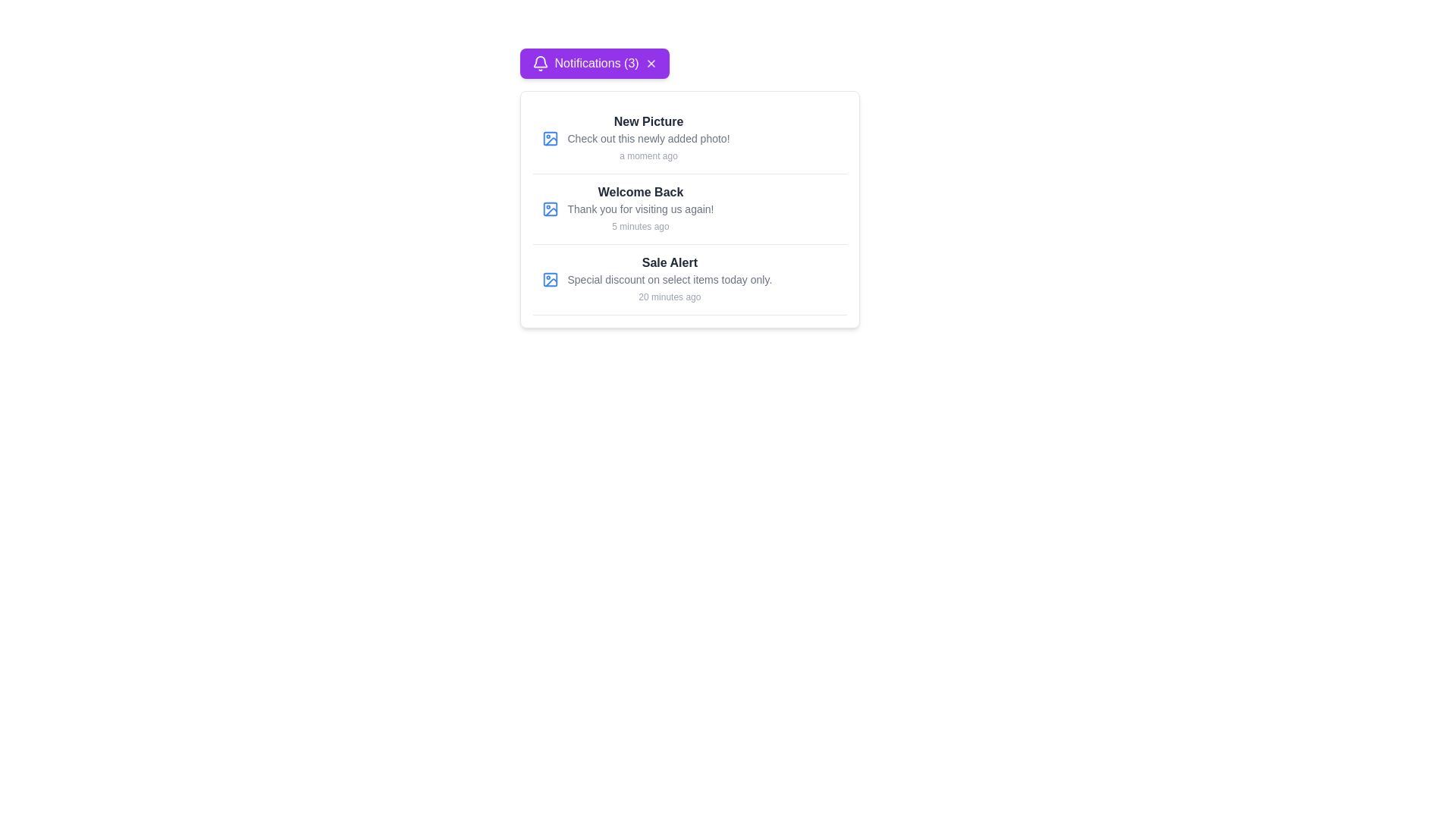  Describe the element at coordinates (669, 297) in the screenshot. I see `the static text element that reads '20 minutes ago', which is located under the 'Sale Alert' title in the notification card` at that location.